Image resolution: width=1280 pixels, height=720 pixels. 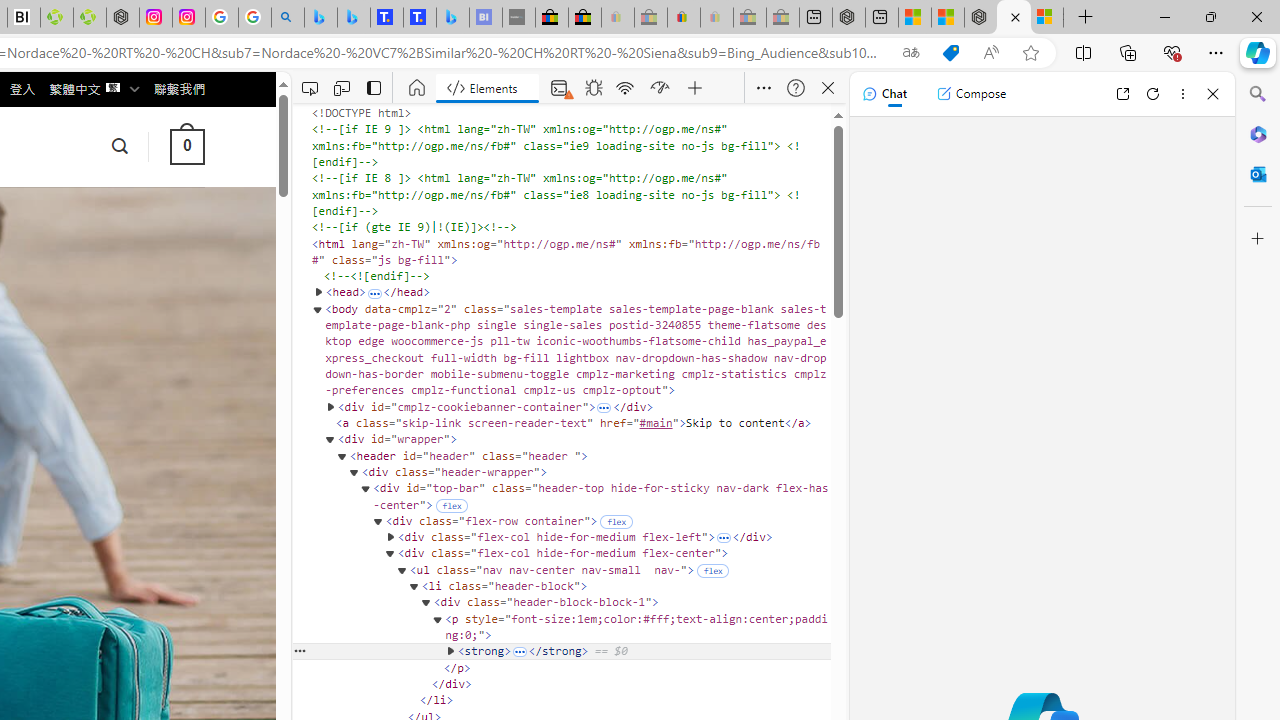 What do you see at coordinates (487, 87) in the screenshot?
I see `'Elements'` at bounding box center [487, 87].